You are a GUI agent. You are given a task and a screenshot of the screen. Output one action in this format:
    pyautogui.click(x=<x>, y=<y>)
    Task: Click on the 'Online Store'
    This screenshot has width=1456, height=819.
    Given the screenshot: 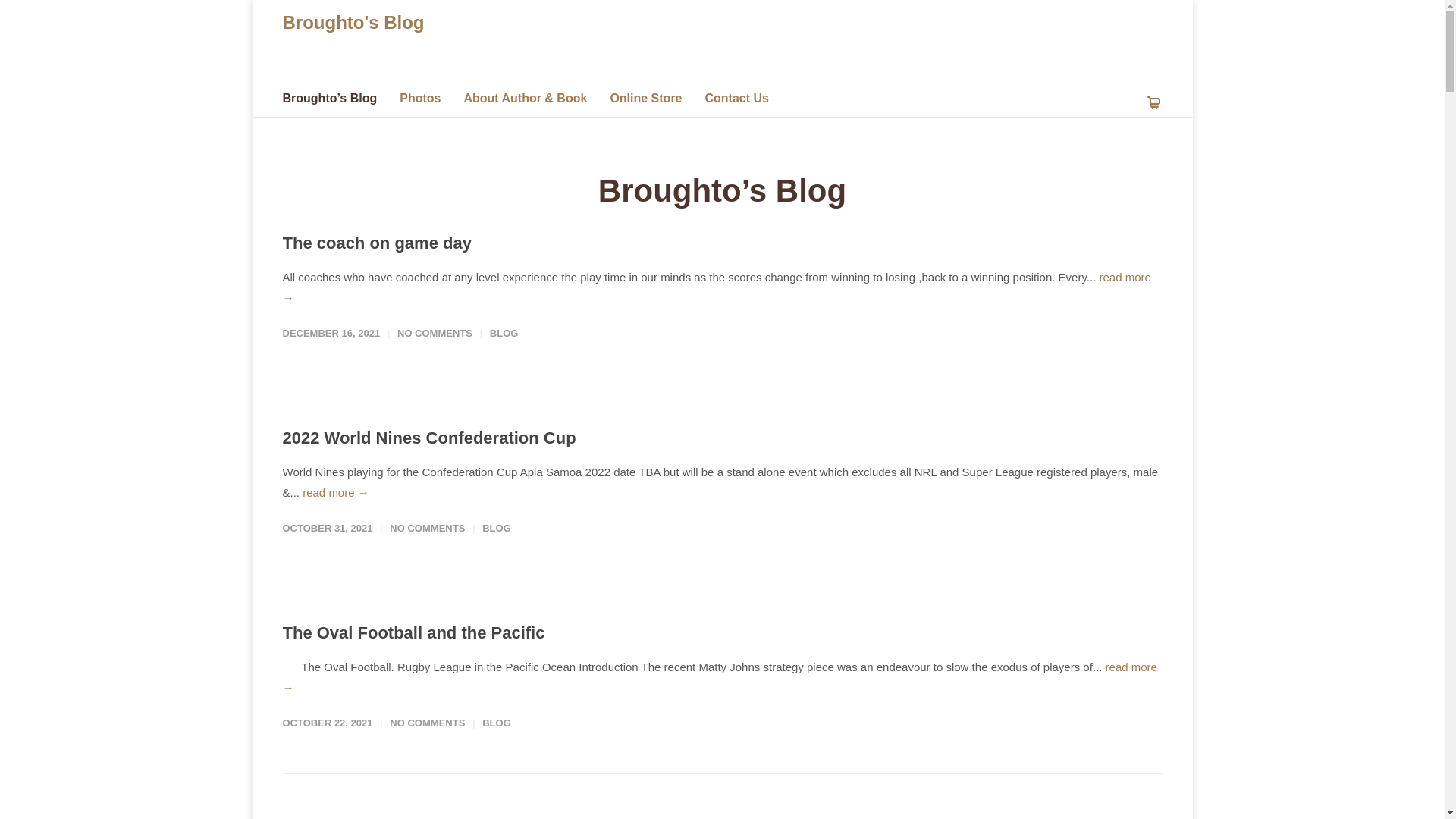 What is the action you would take?
    pyautogui.click(x=657, y=99)
    